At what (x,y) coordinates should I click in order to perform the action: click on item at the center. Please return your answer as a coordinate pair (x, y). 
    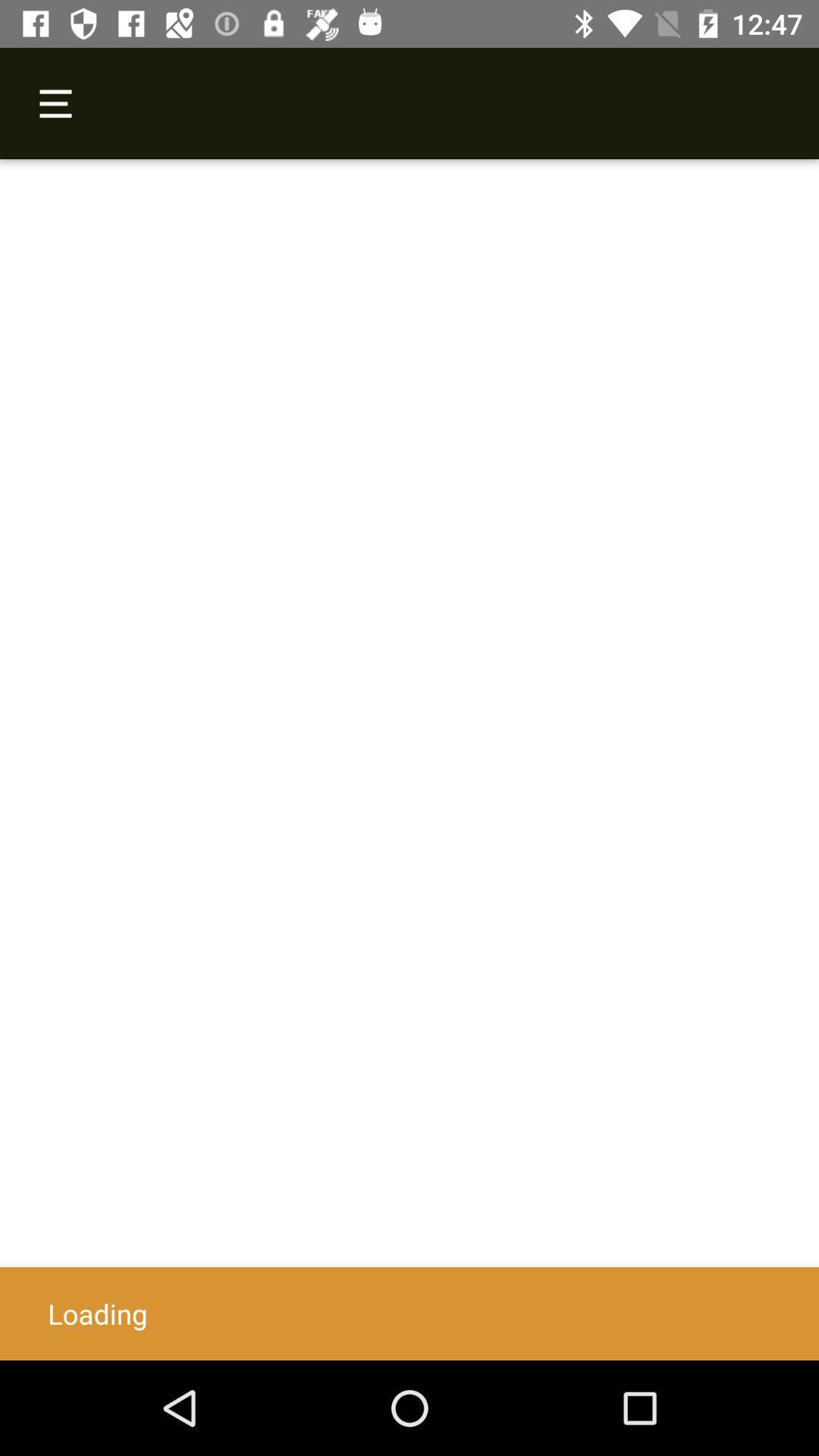
    Looking at the image, I should click on (409, 760).